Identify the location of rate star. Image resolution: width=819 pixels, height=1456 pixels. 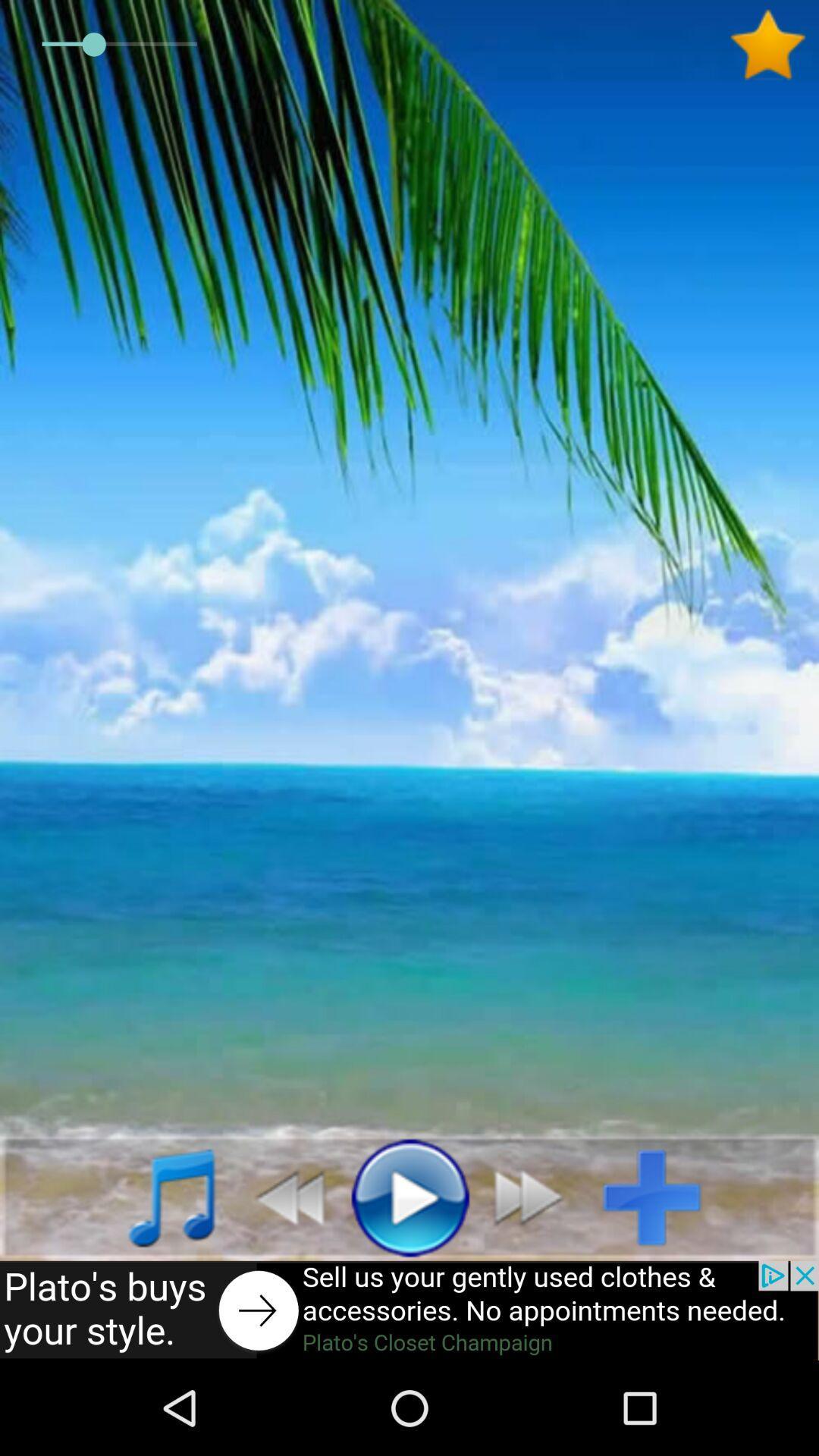
(773, 45).